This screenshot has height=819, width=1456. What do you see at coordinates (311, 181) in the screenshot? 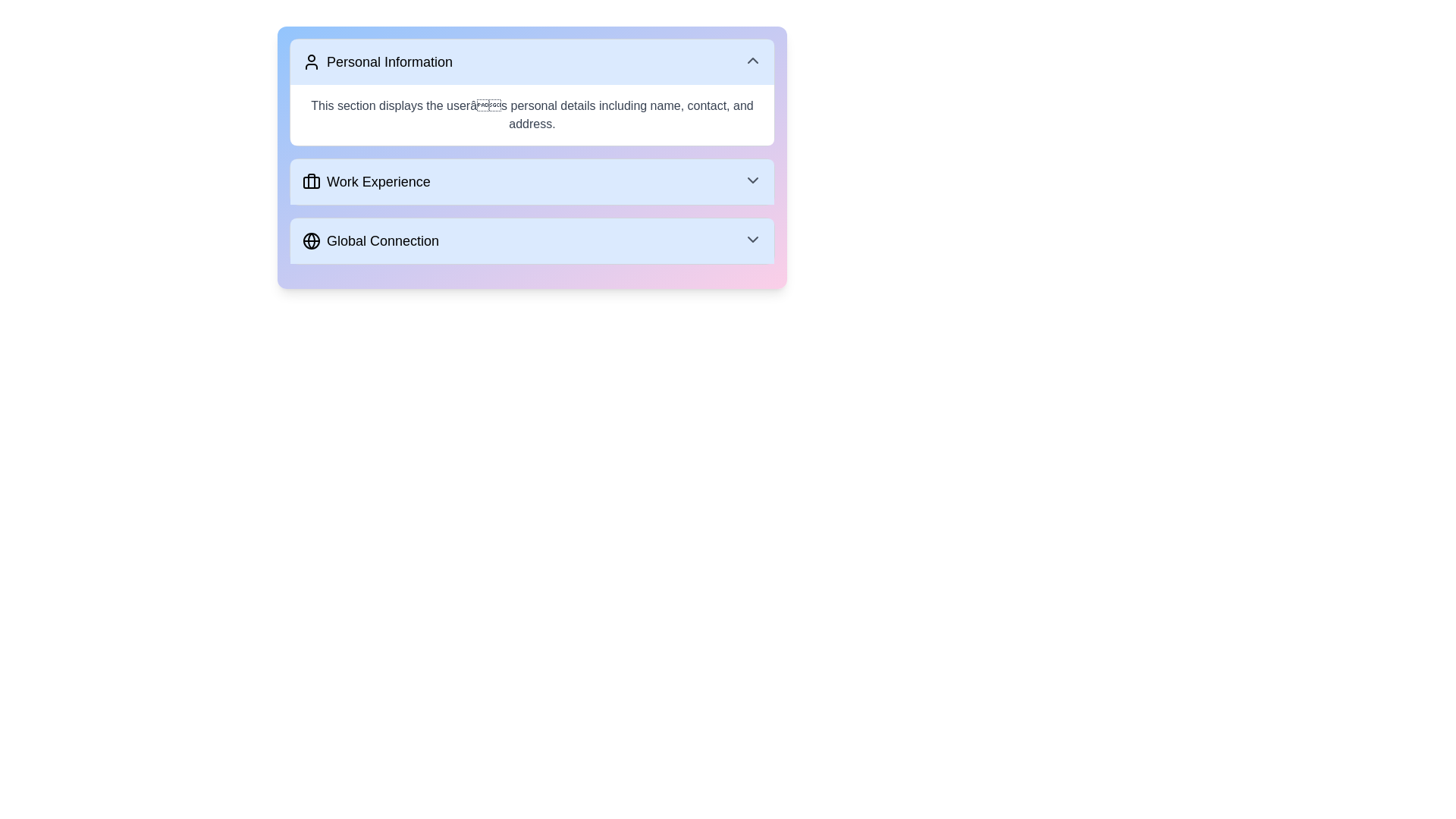
I see `the lower rectangular part of the briefcase icon in the 'Work Experience' section, which serves as a visual identifier for that section` at bounding box center [311, 181].